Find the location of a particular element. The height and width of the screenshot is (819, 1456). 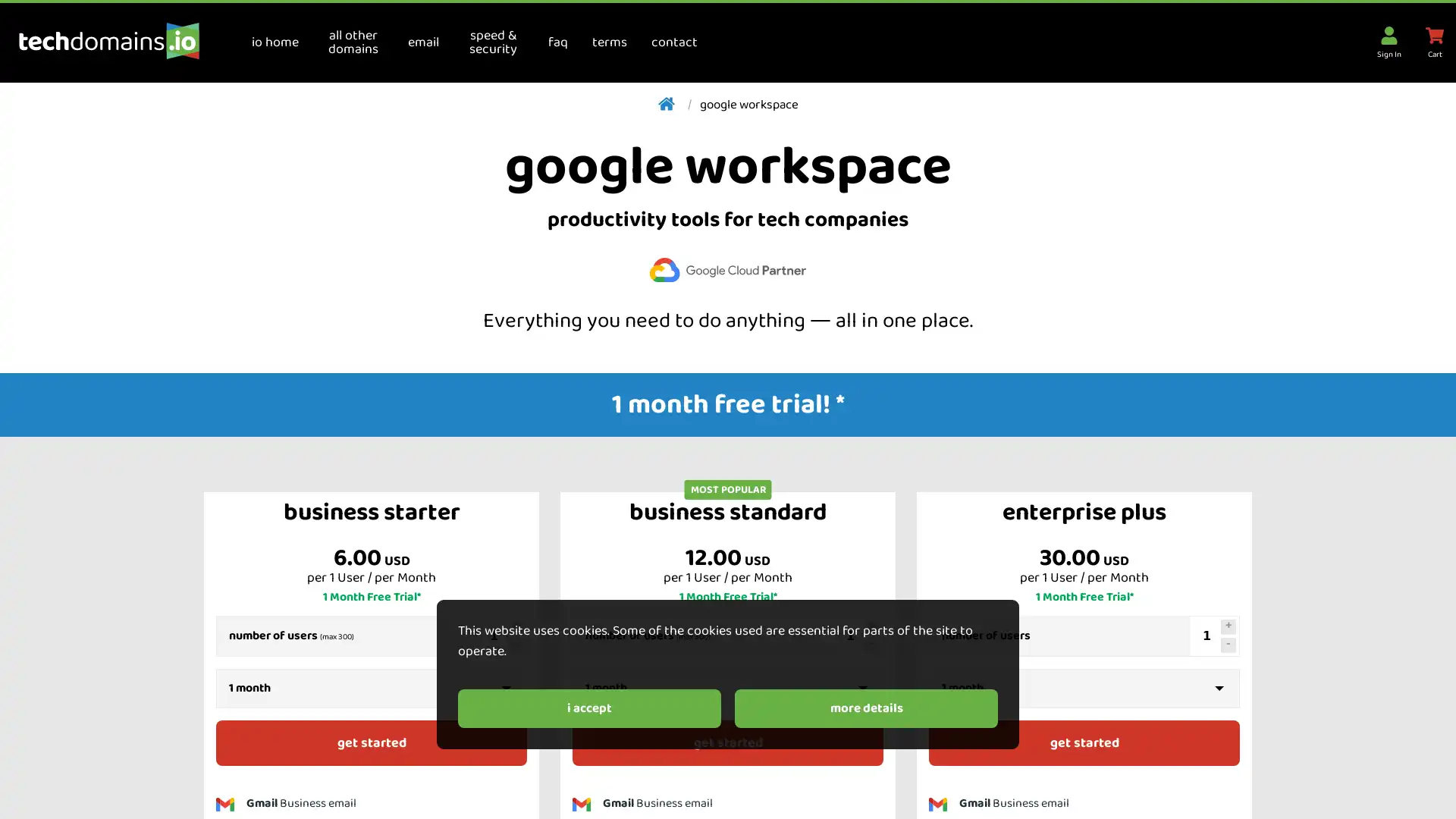

get started is located at coordinates (371, 742).